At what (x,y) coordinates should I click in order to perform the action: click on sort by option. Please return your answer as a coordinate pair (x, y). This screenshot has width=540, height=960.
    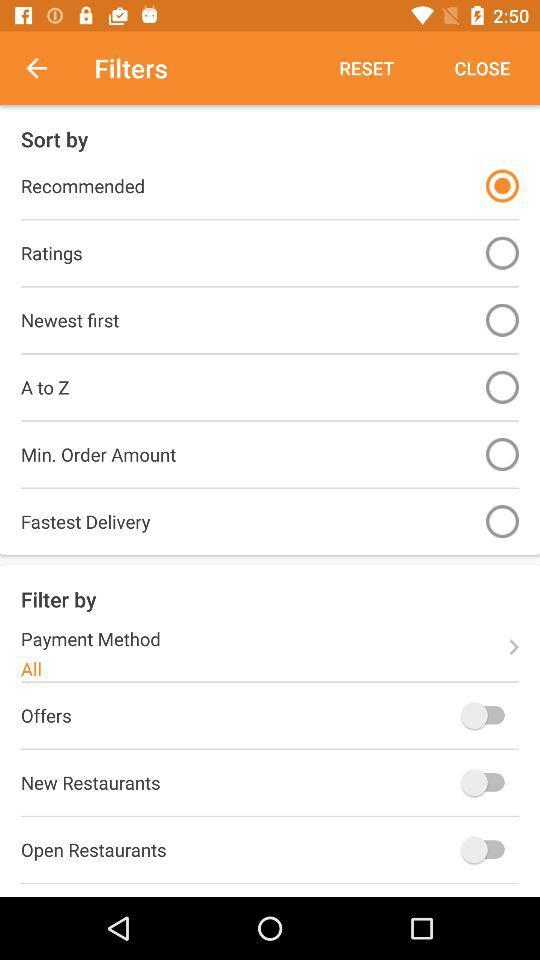
    Looking at the image, I should click on (501, 386).